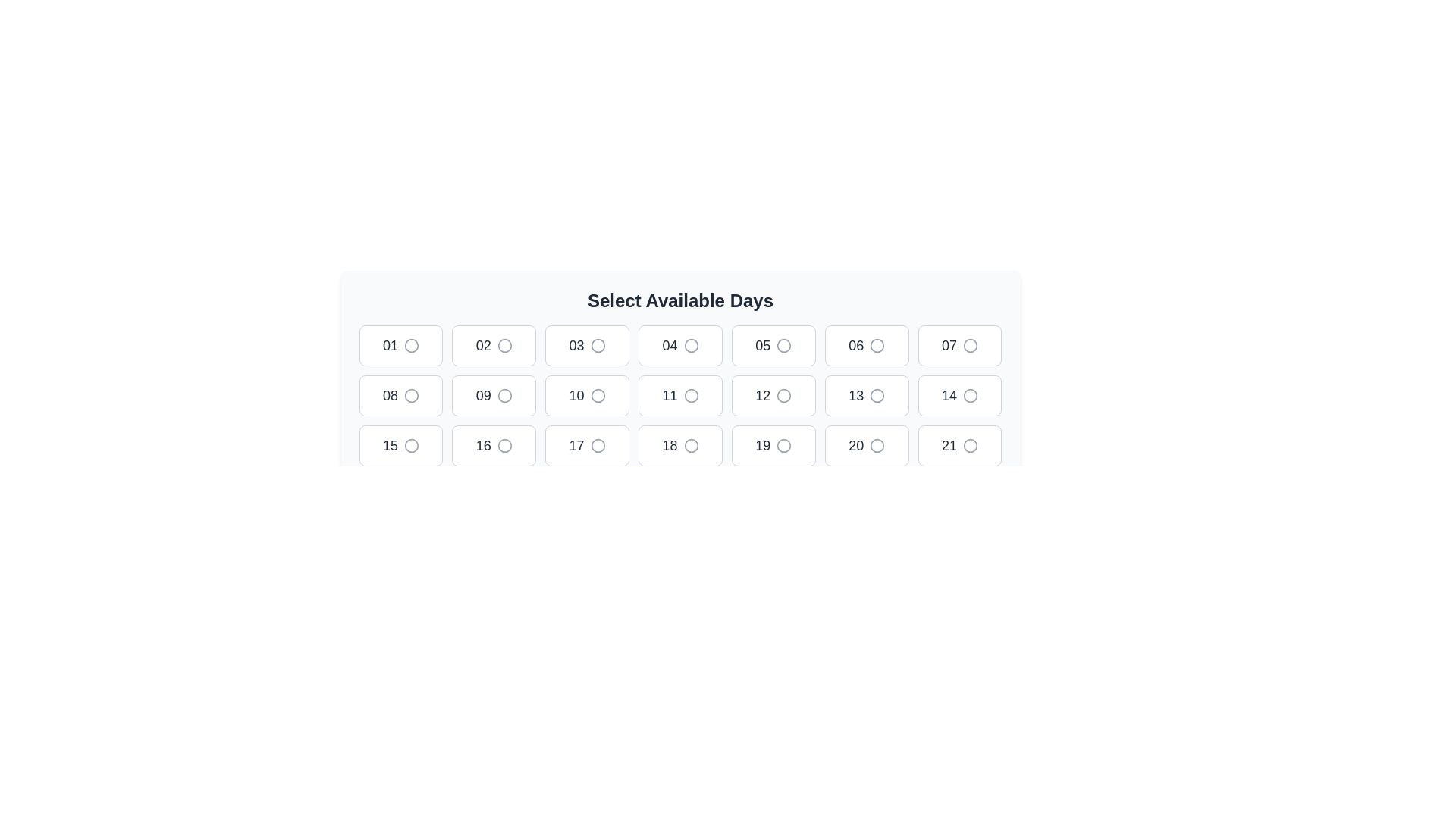  What do you see at coordinates (866, 444) in the screenshot?
I see `the radio button located` at bounding box center [866, 444].